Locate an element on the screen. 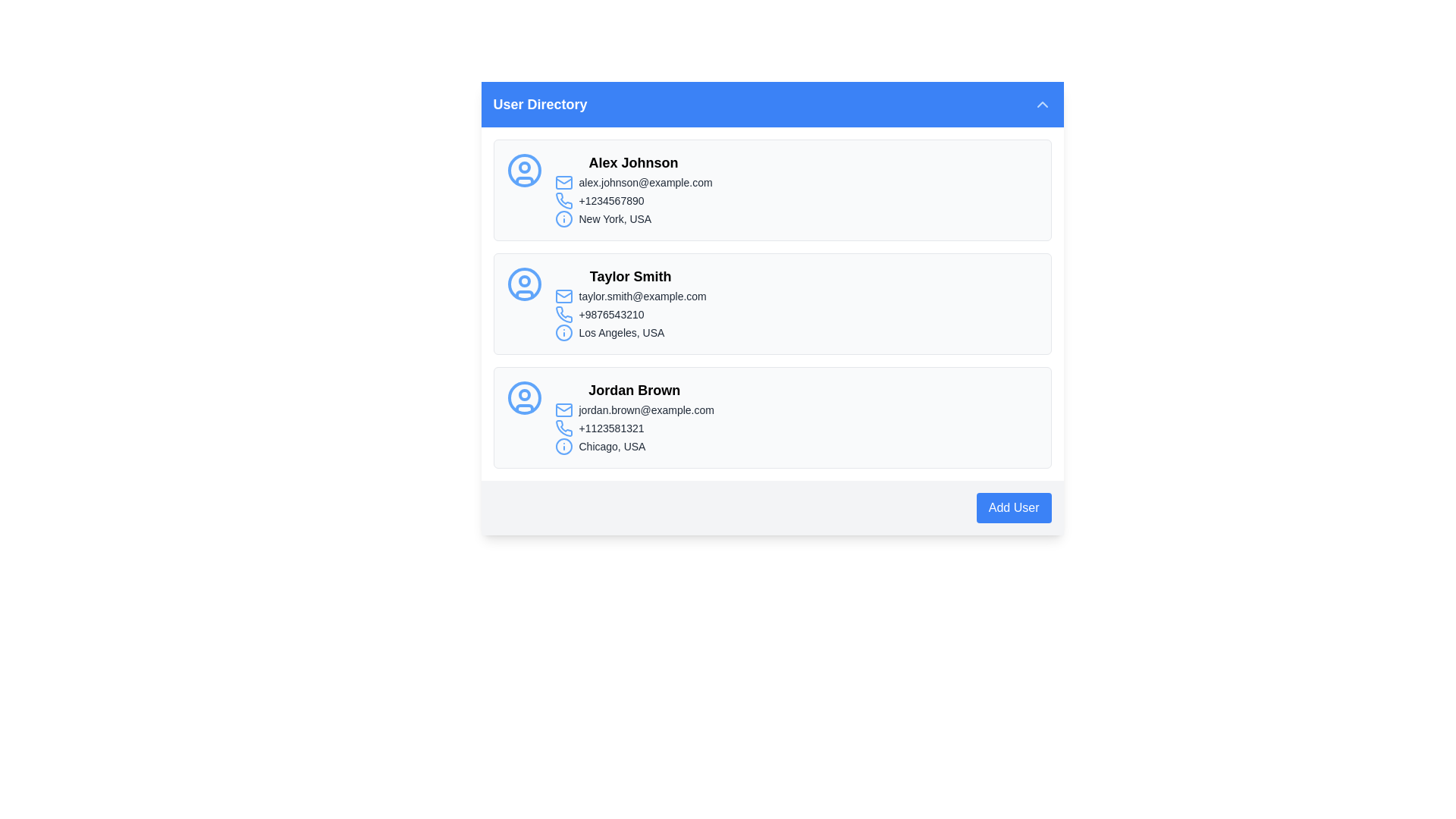 The height and width of the screenshot is (819, 1456). email address displayed in the text element located in the third user's information card, beneath 'Jordan Brown' and above the phone number '+1123581321' is located at coordinates (634, 409).